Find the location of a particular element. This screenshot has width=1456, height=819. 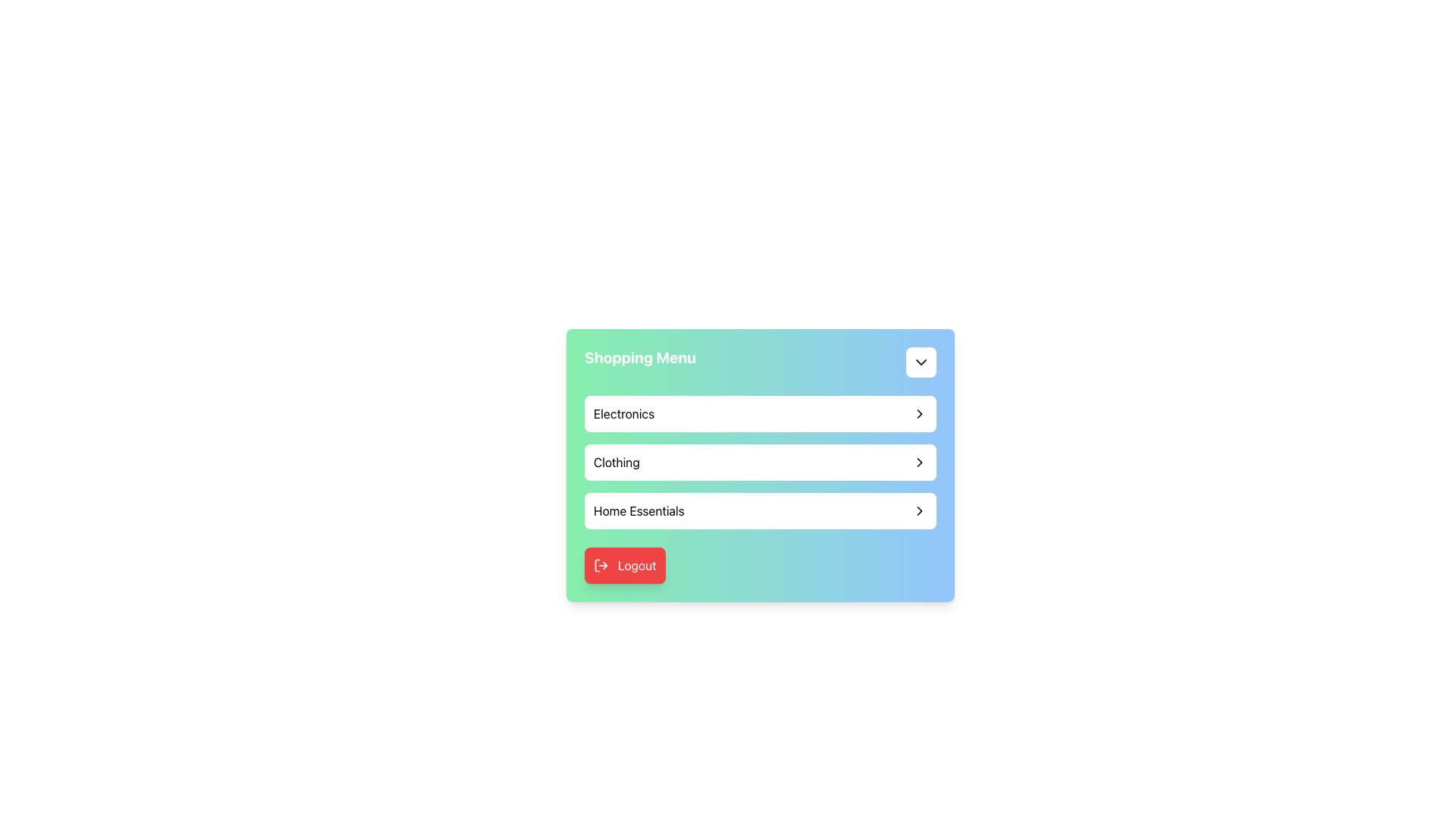

the static text label displaying 'Clothing' is located at coordinates (617, 461).